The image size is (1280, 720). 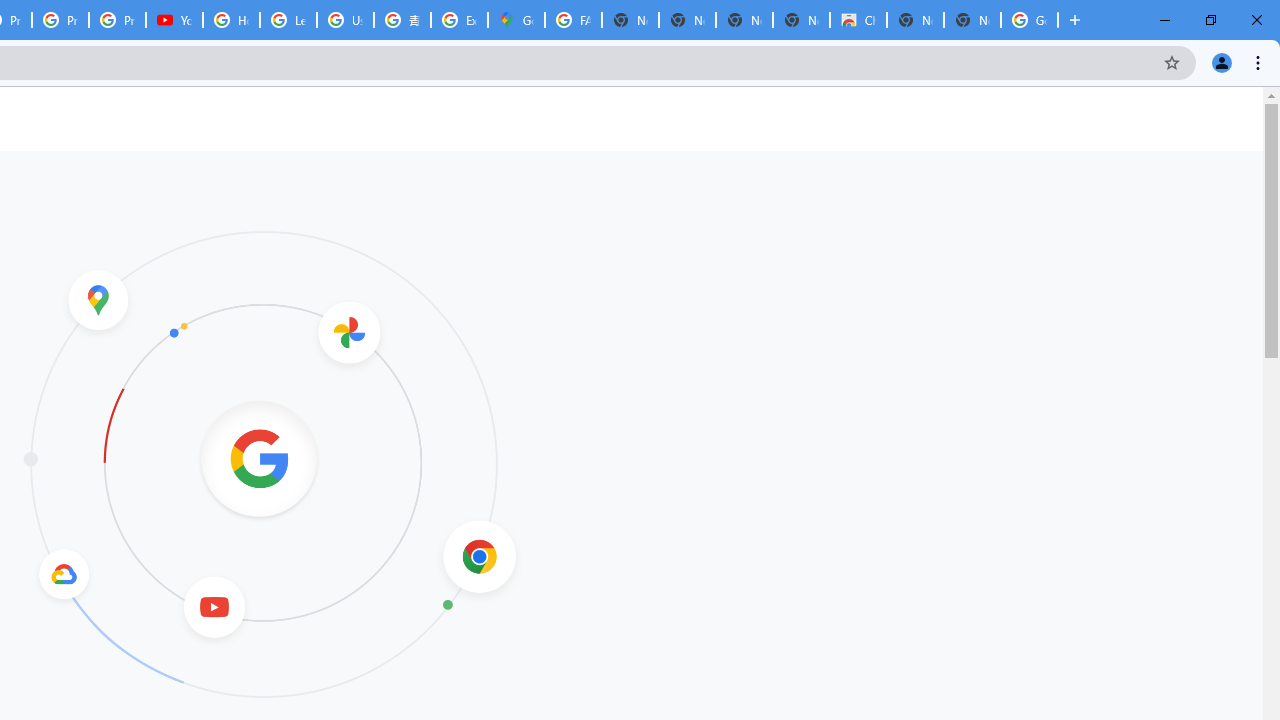 I want to click on 'Explore new street-level details - Google Maps Help', so click(x=458, y=20).